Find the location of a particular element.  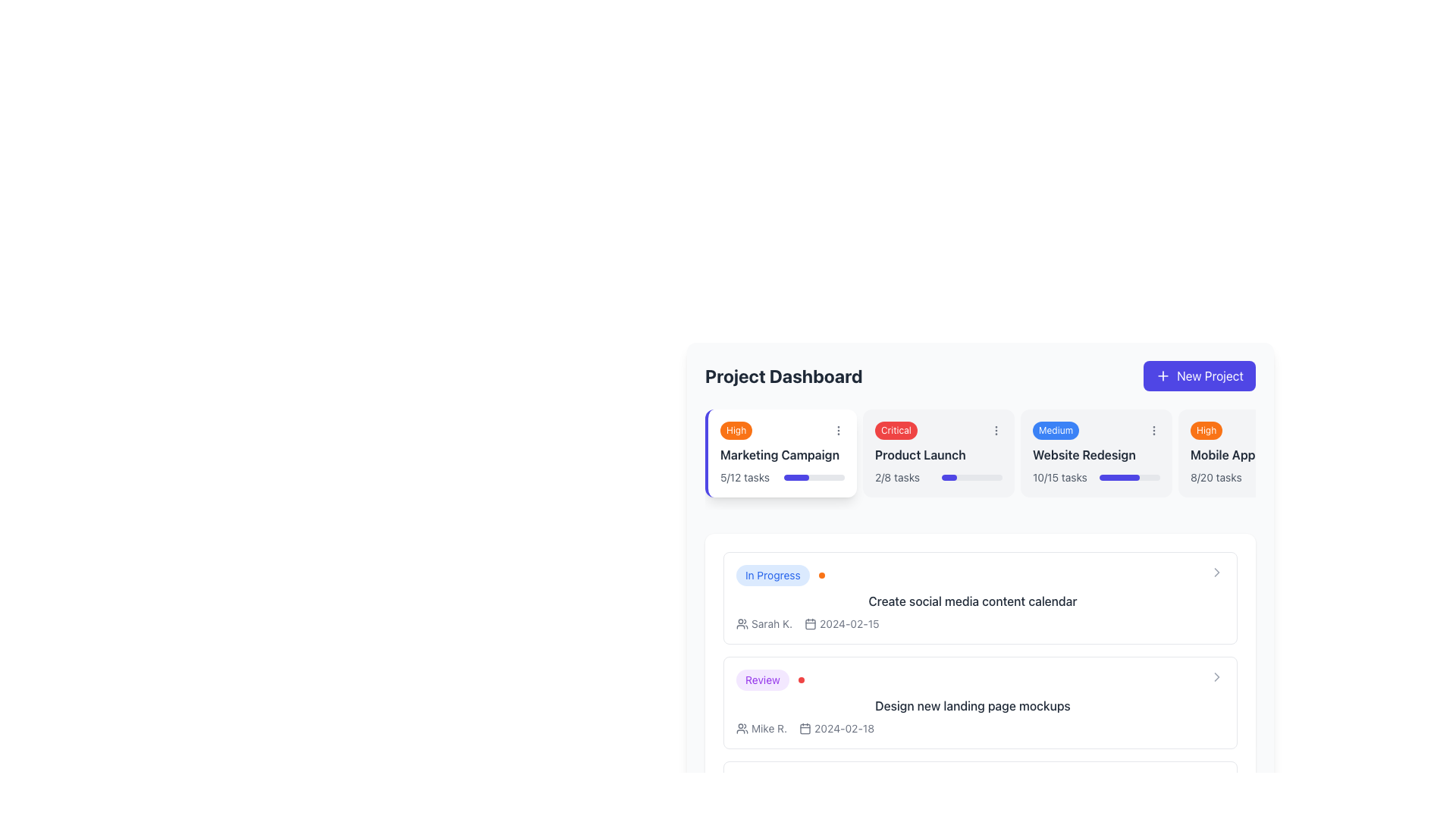

the static text label that identifies the project or task, located in the upper-middle section of the rightmost card, beneath the 'High' badge and above the progress text '8/20 tasks' is located at coordinates (1254, 454).